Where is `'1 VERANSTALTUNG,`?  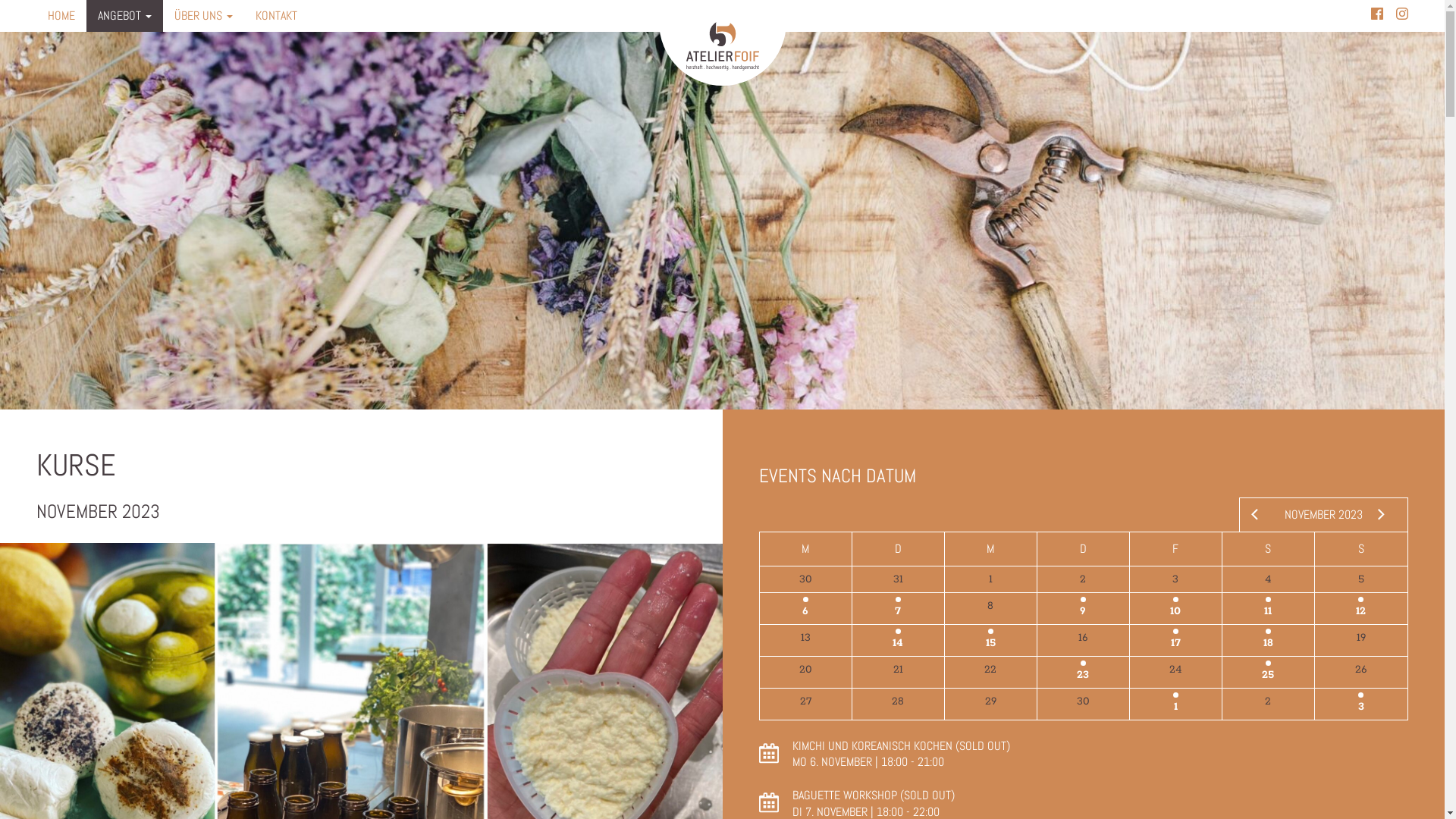 '1 VERANSTALTUNG, is located at coordinates (898, 607).